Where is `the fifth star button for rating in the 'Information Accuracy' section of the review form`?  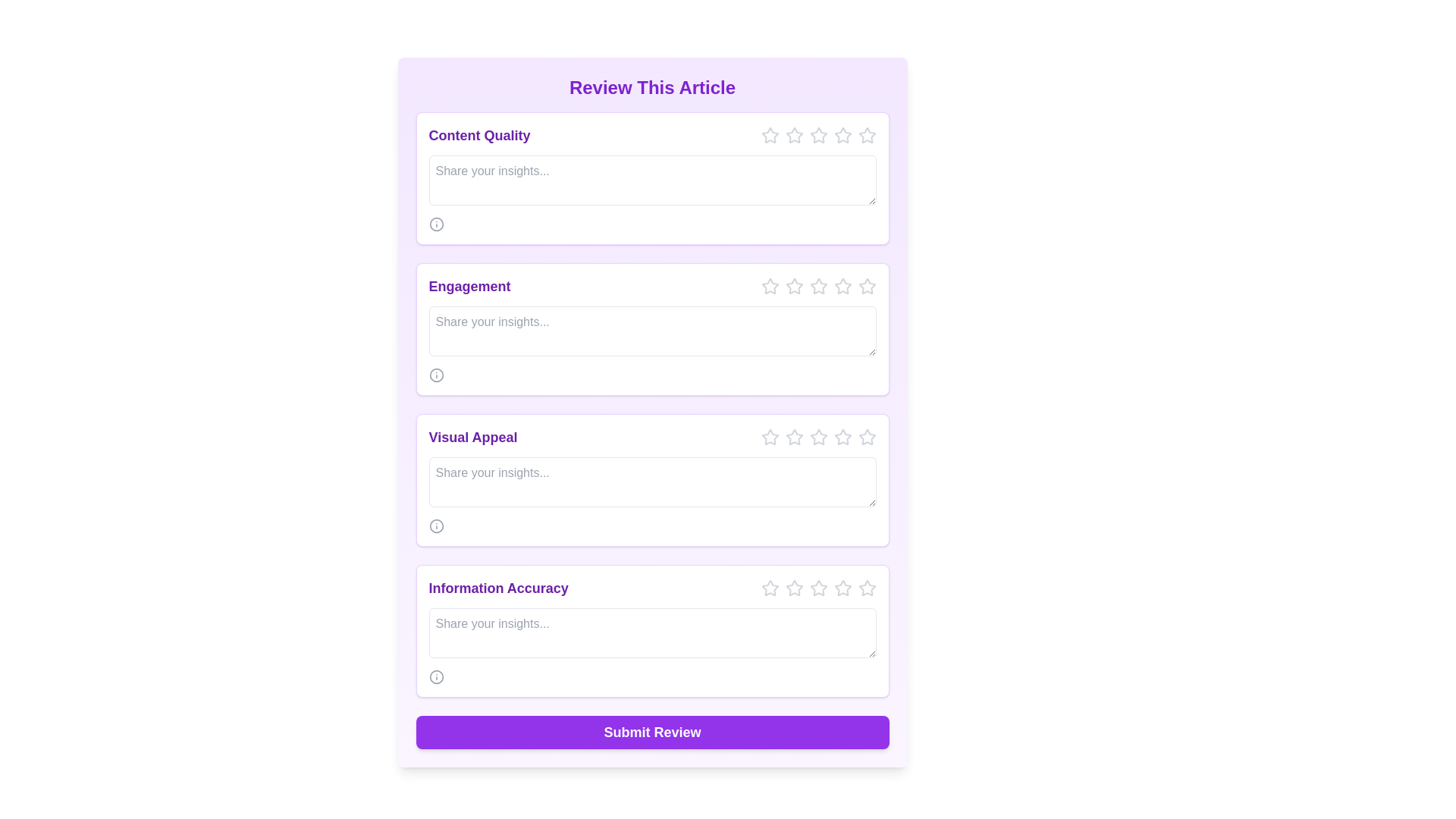
the fifth star button for rating in the 'Information Accuracy' section of the review form is located at coordinates (867, 587).